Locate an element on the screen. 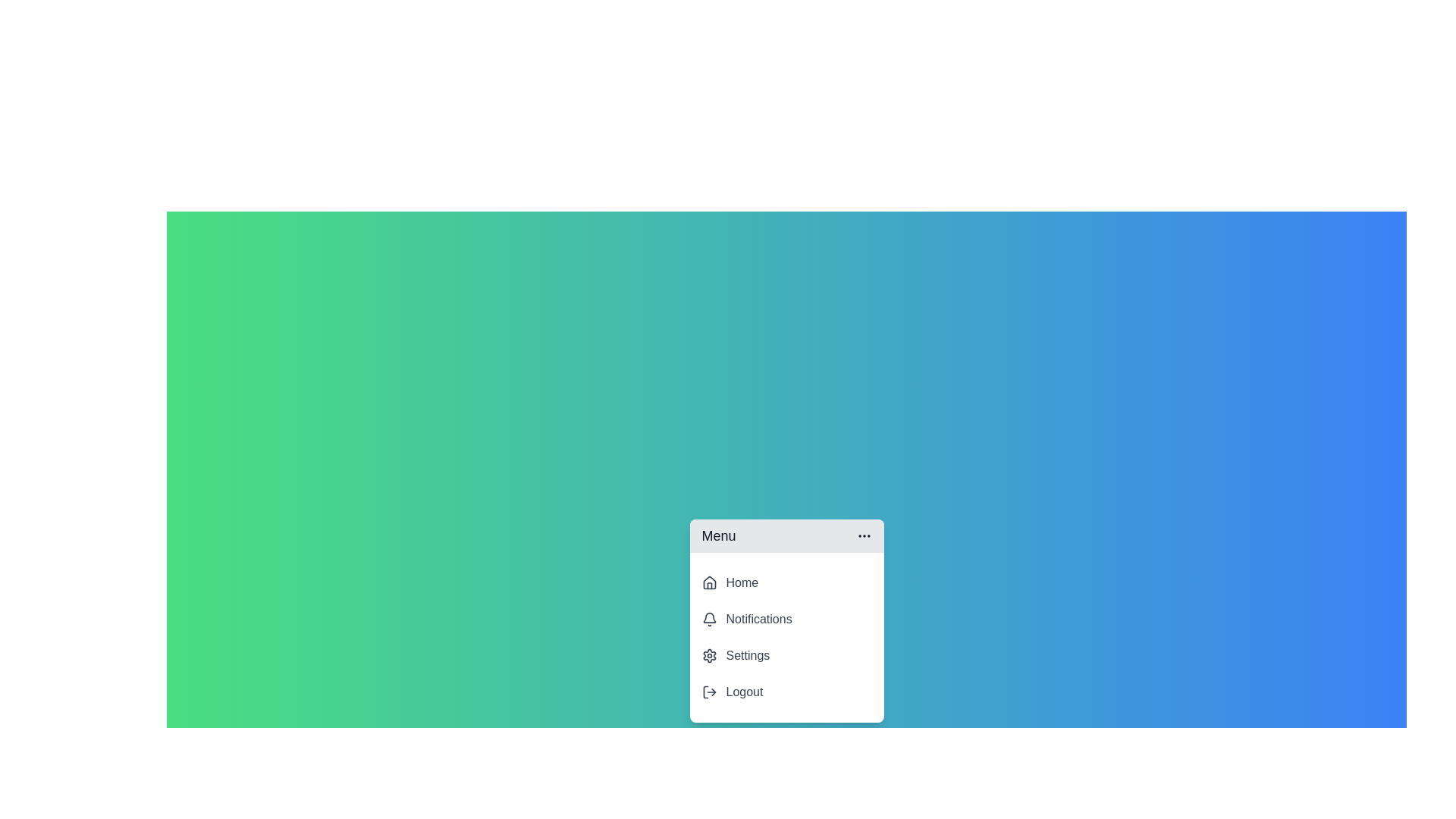 The height and width of the screenshot is (819, 1456). the 'Logout' menu item is located at coordinates (786, 692).